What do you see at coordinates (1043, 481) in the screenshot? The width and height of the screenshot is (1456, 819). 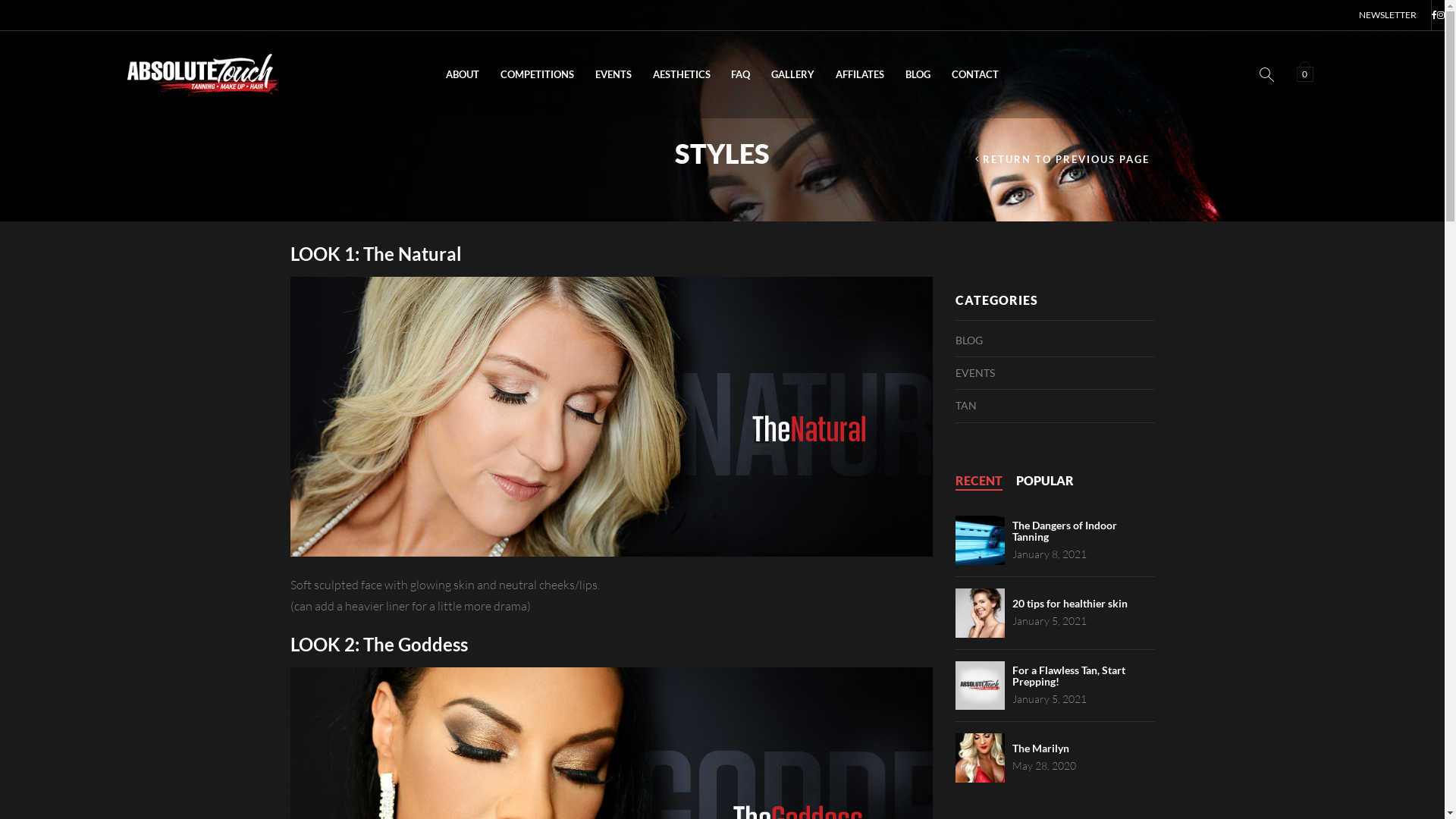 I see `'POPULAR'` at bounding box center [1043, 481].